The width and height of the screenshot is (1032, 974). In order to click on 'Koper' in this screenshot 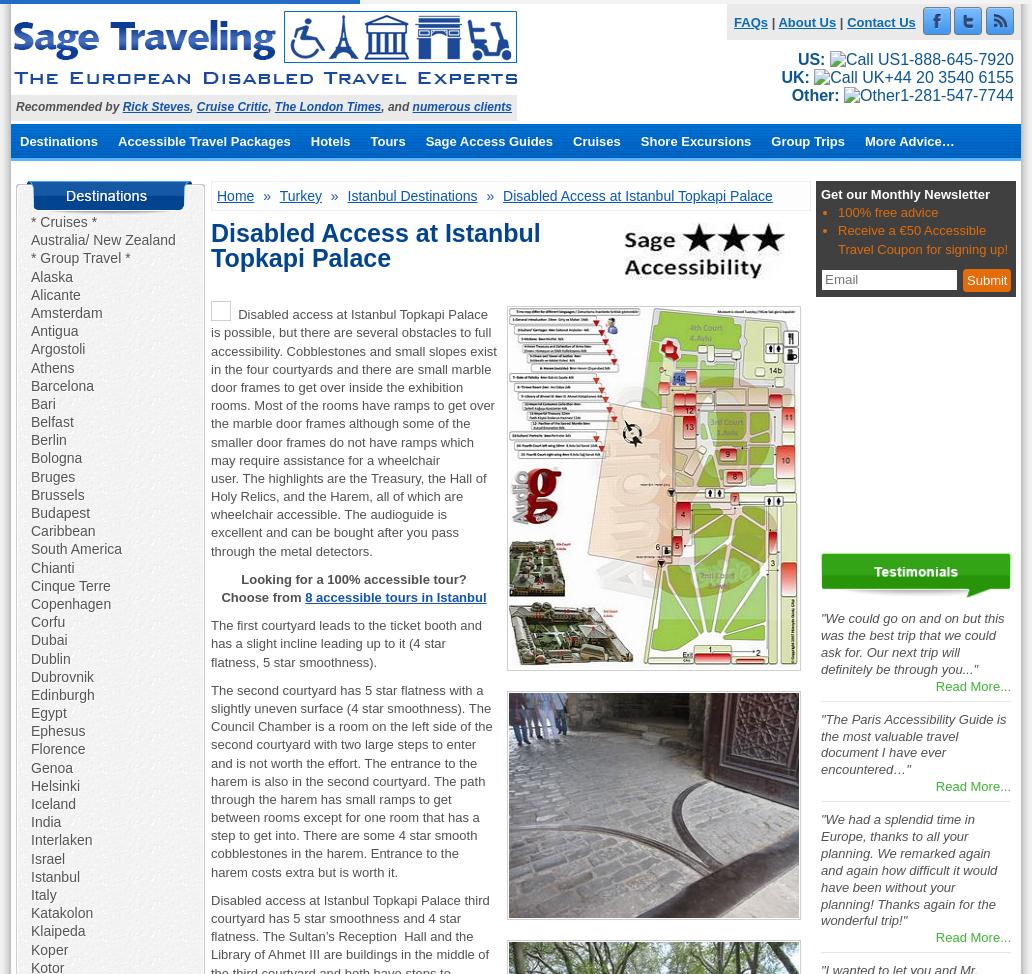, I will do `click(30, 947)`.